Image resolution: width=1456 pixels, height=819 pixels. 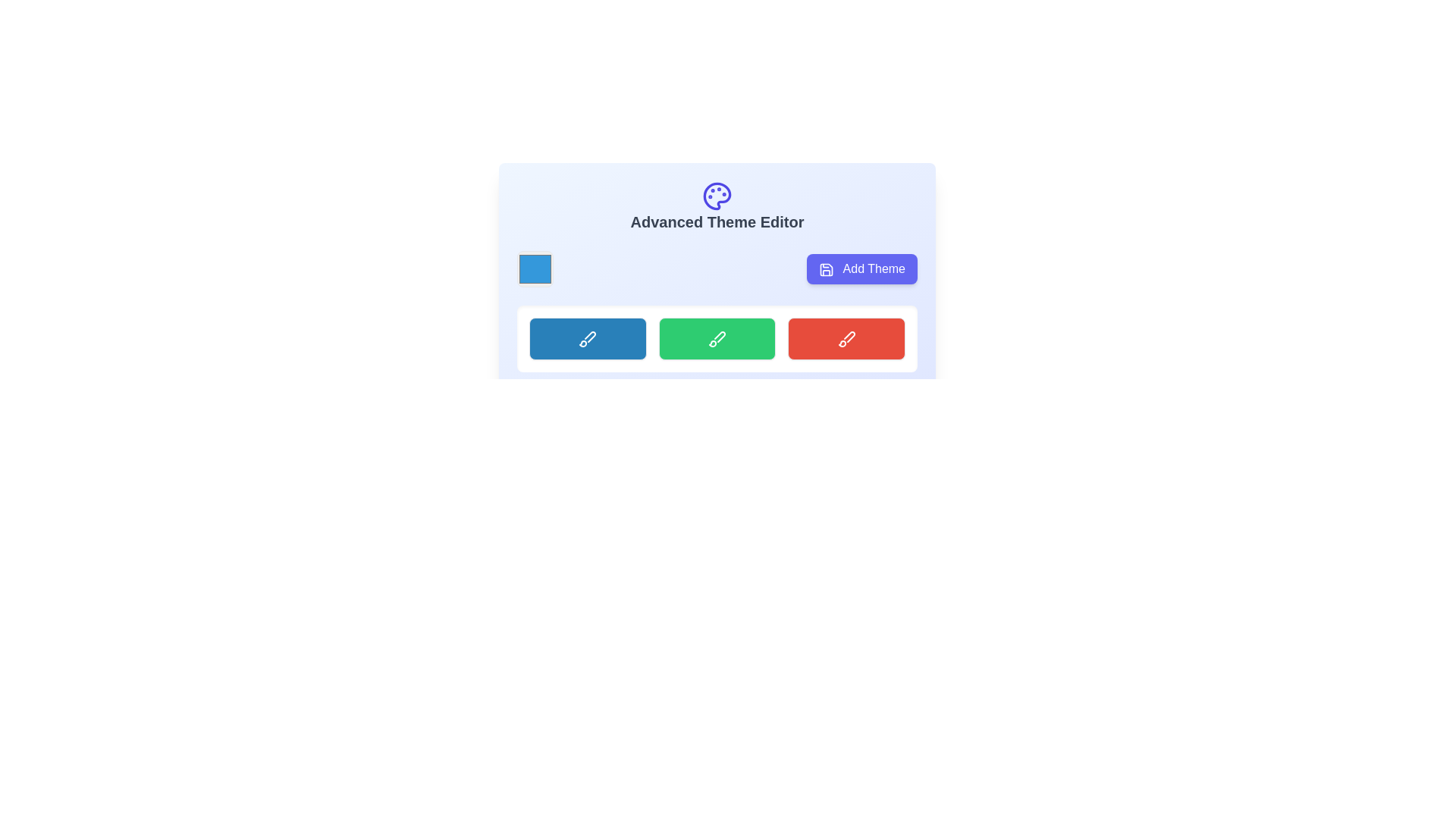 What do you see at coordinates (716, 195) in the screenshot?
I see `the painter's palette icon located at the top center of the interface` at bounding box center [716, 195].